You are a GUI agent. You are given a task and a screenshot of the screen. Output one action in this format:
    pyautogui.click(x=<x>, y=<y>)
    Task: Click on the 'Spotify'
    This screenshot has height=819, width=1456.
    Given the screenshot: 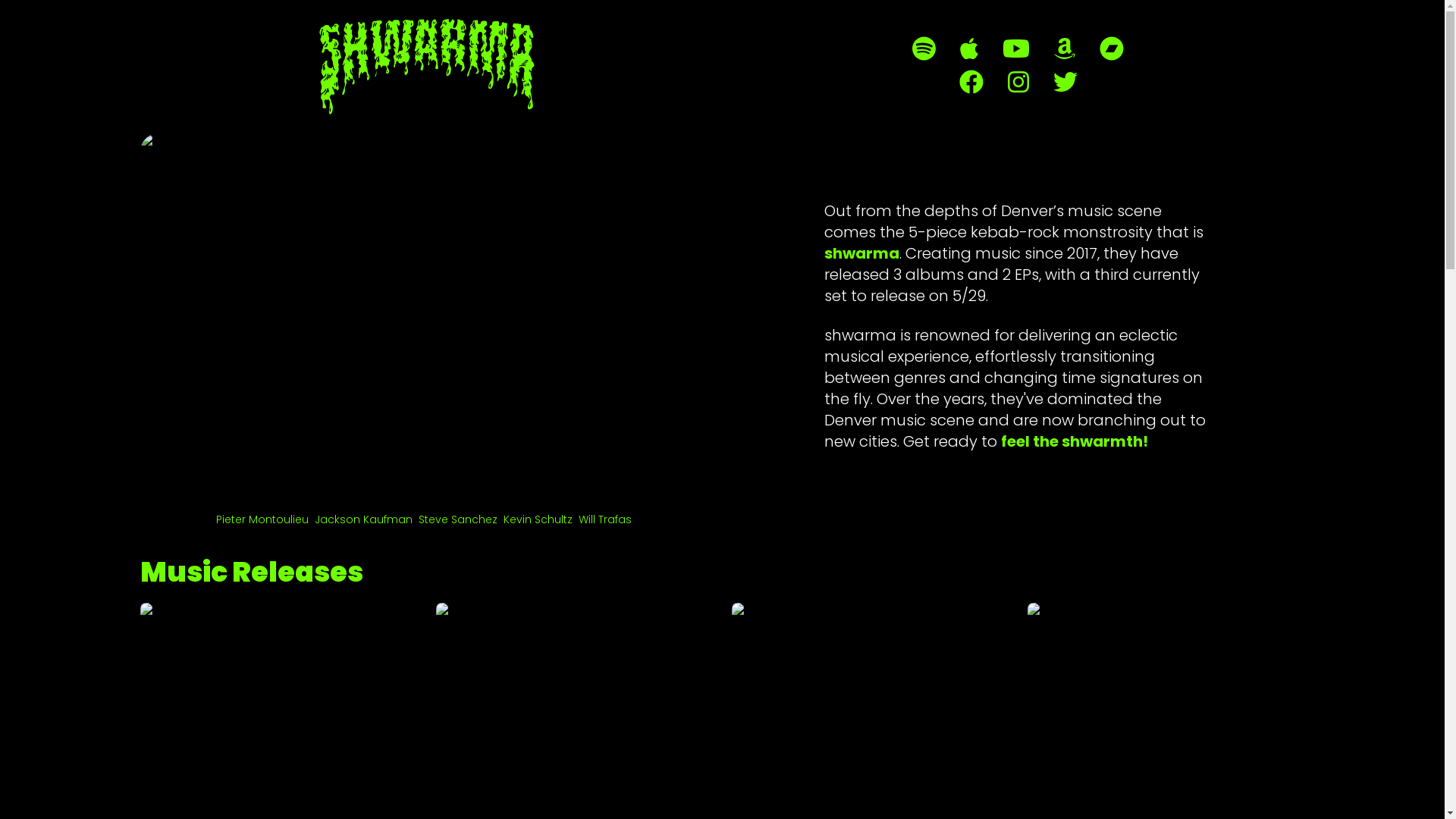 What is the action you would take?
    pyautogui.click(x=923, y=48)
    